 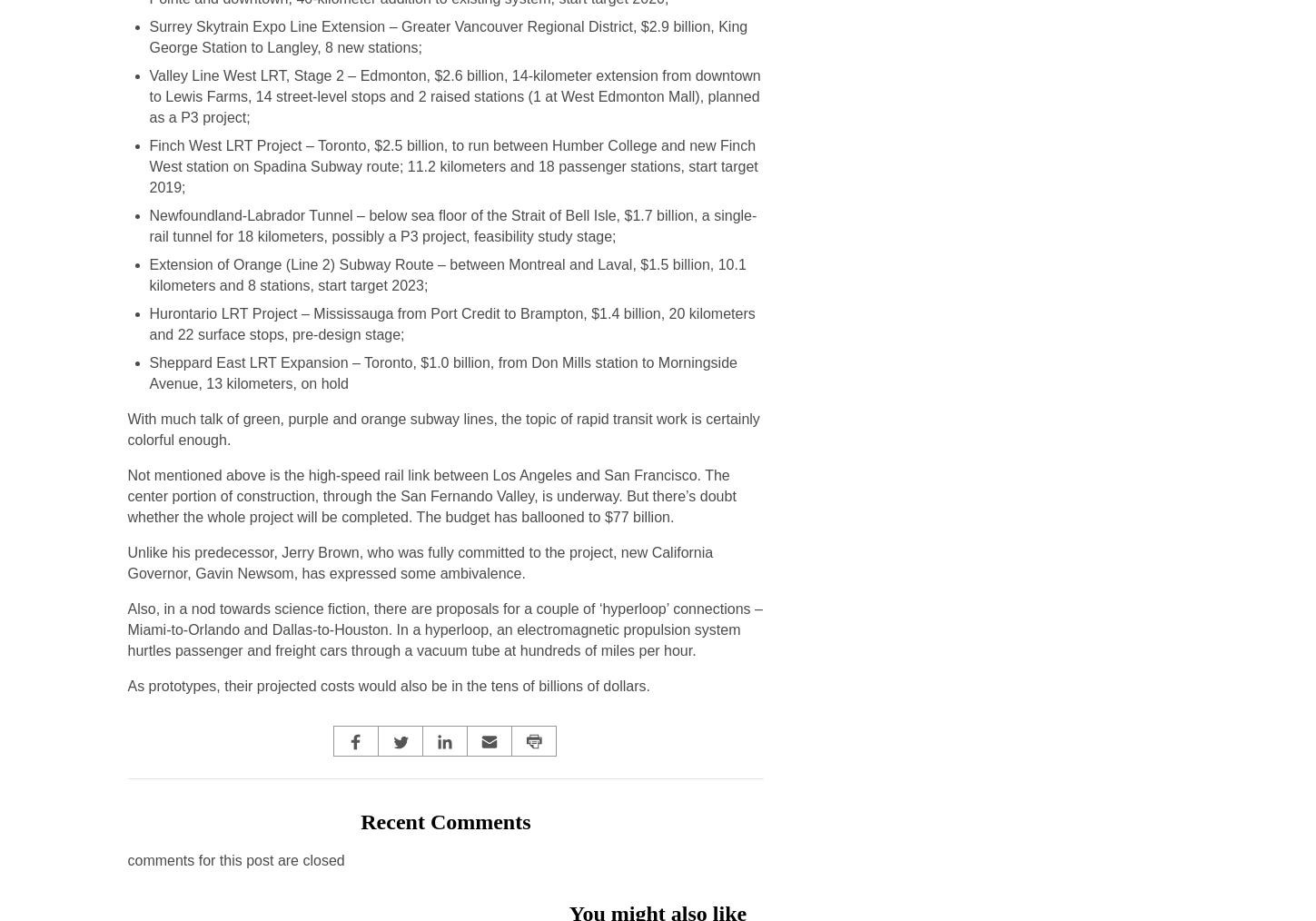 What do you see at coordinates (448, 35) in the screenshot?
I see `'Surrey  Skytrain Expo Line Extension – Greater Vancouver Regional District, $2.9 billion,  King George Station to Langley, 8 new stations;'` at bounding box center [448, 35].